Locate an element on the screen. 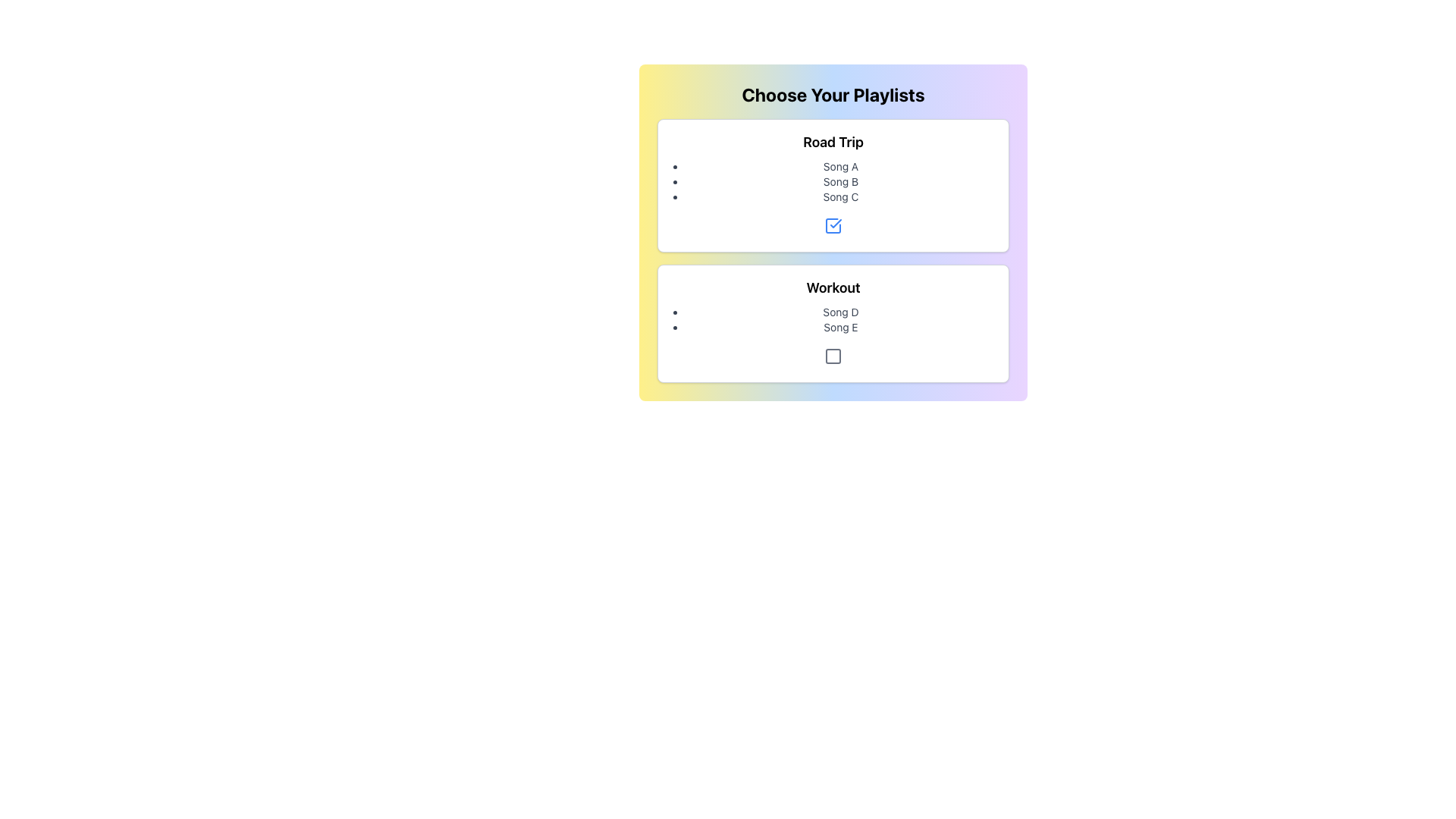  the action-related icon/button located is located at coordinates (833, 356).